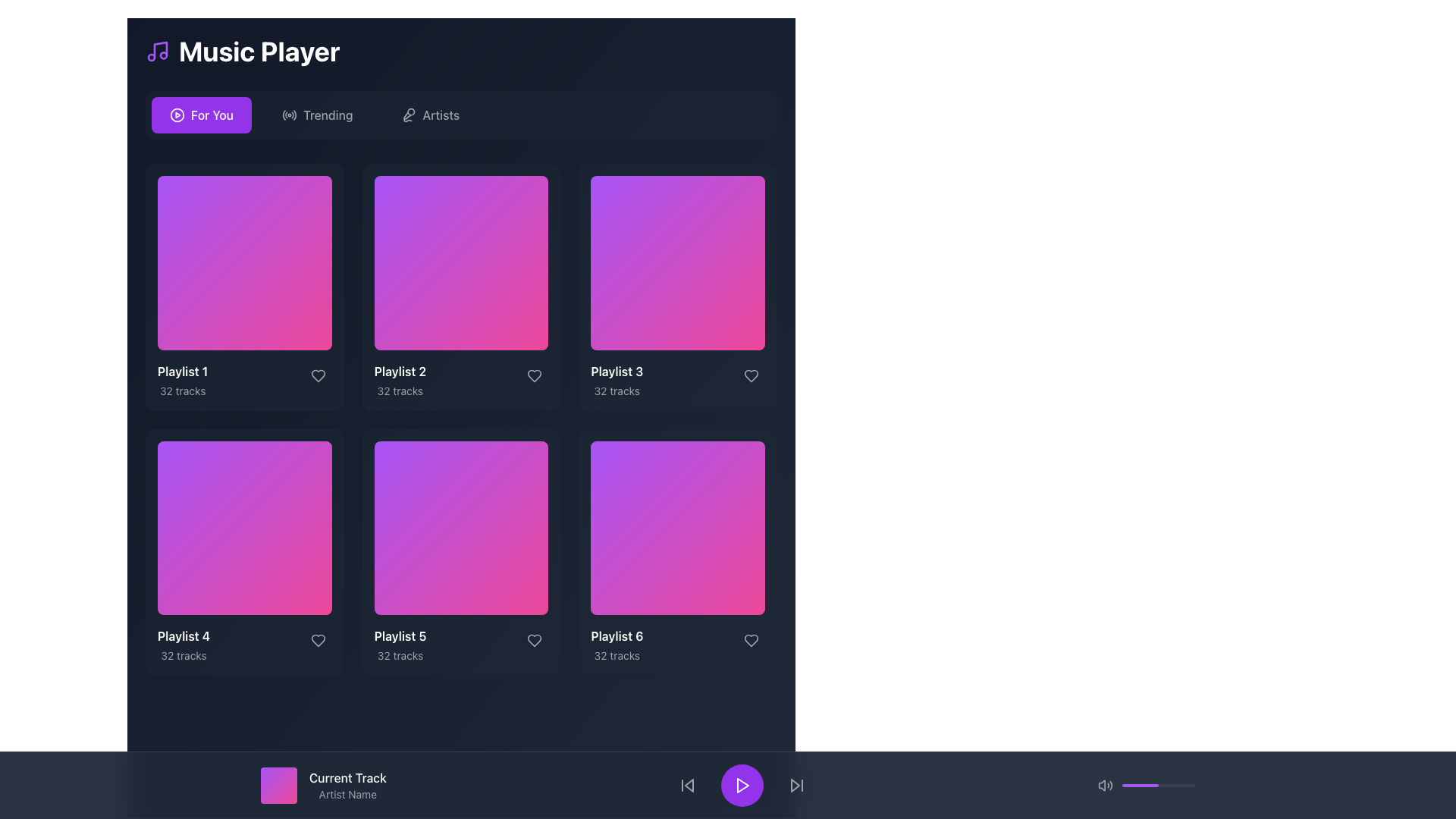 This screenshot has width=1456, height=819. Describe the element at coordinates (1169, 785) in the screenshot. I see `the volume slider` at that location.